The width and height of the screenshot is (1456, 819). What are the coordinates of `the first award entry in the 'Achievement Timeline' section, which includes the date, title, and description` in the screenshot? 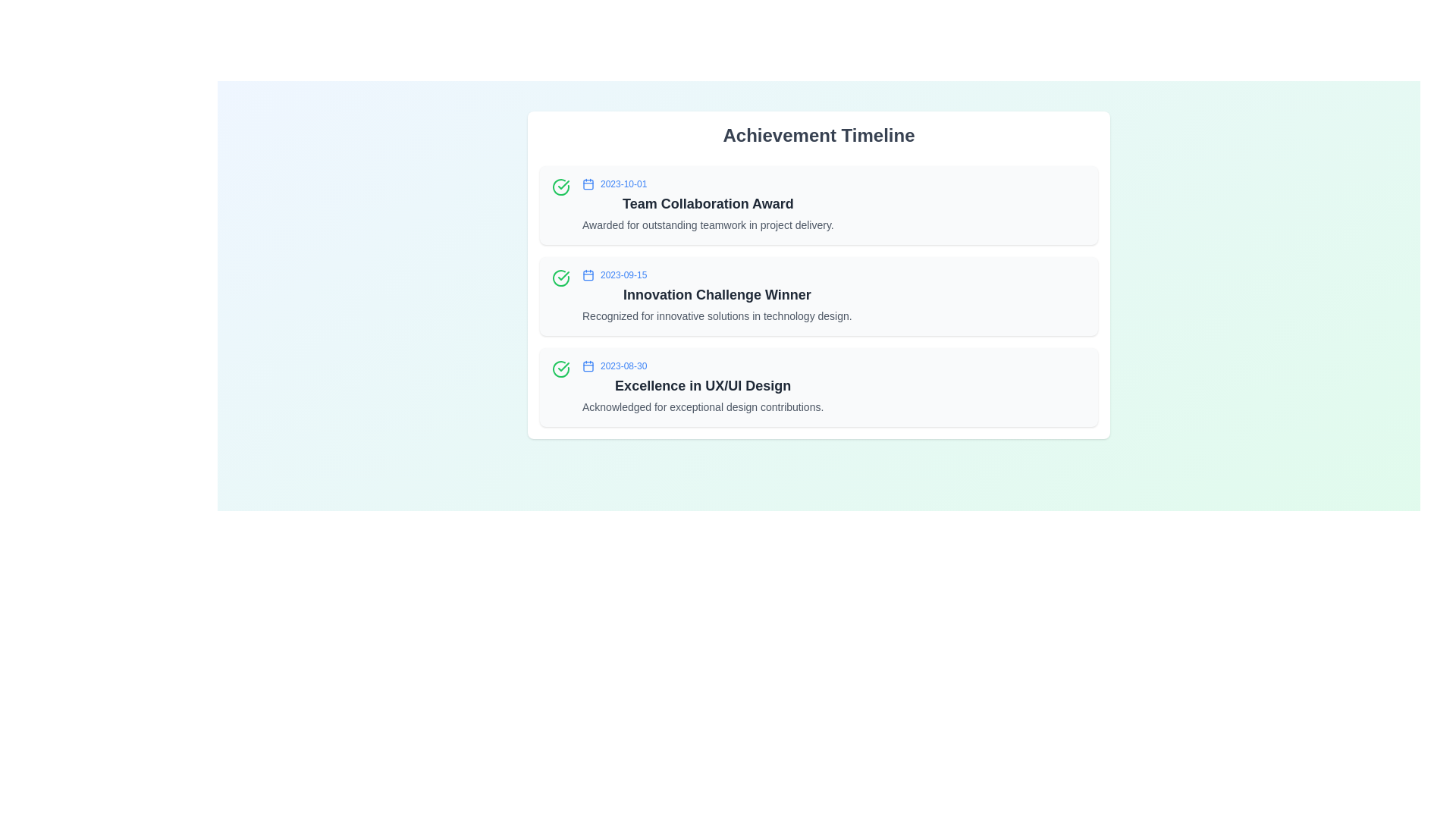 It's located at (707, 205).